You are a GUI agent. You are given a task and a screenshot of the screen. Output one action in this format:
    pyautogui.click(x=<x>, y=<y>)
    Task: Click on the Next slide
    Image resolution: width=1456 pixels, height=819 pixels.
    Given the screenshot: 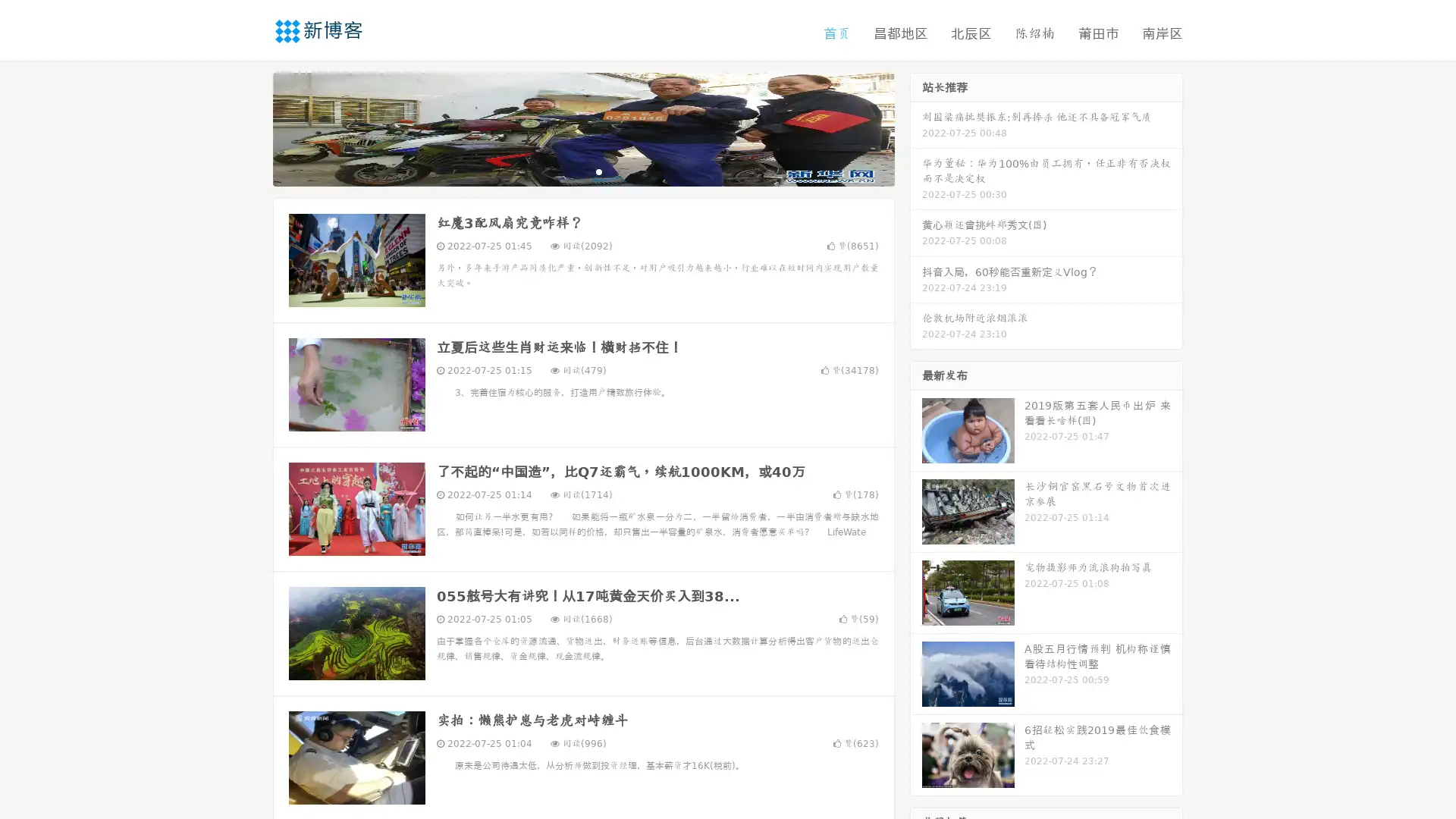 What is the action you would take?
    pyautogui.click(x=916, y=127)
    